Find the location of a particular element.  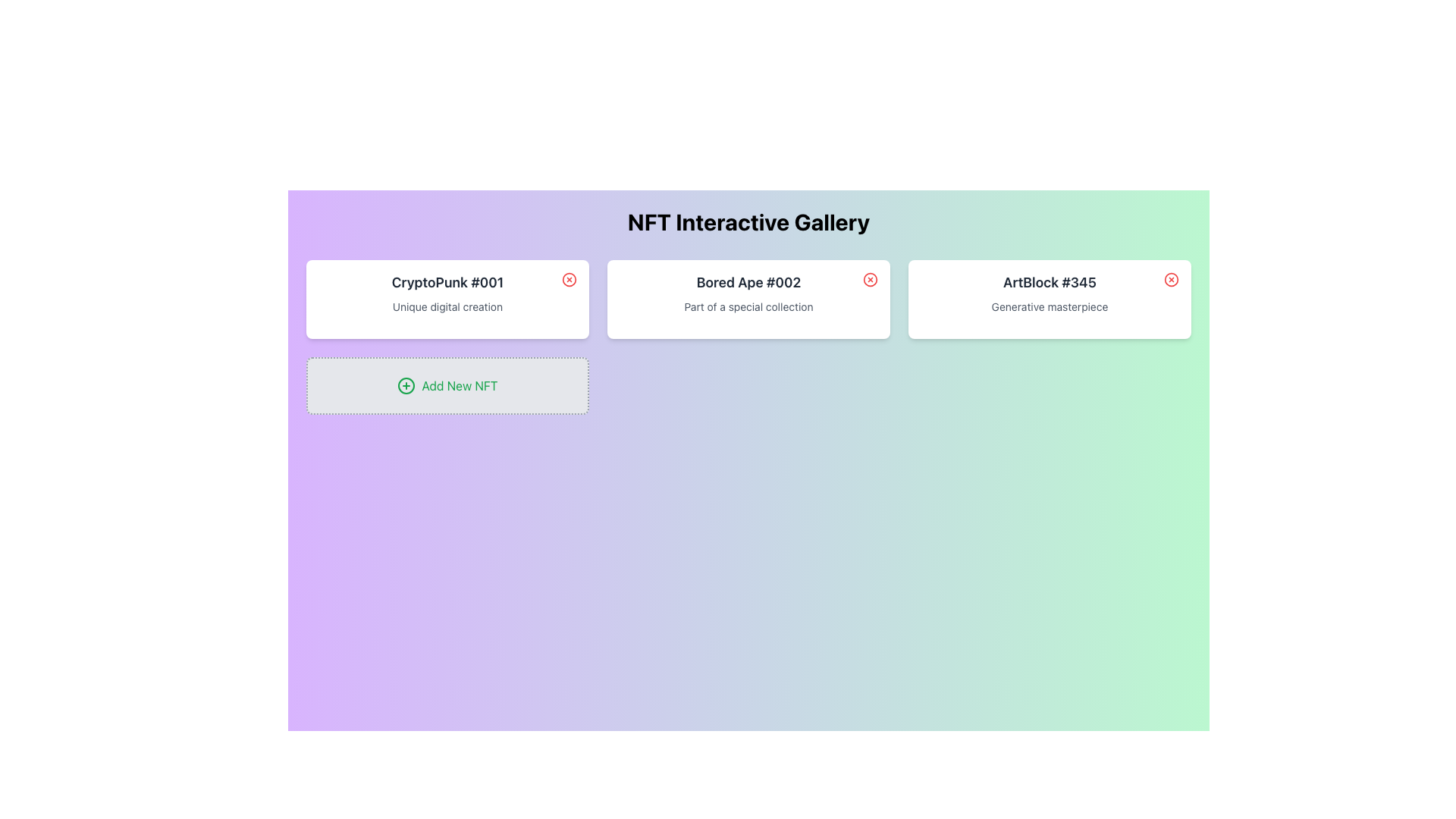

the red circular button located at the top-right corner of the 'ArtBlock #345' card is located at coordinates (1171, 280).